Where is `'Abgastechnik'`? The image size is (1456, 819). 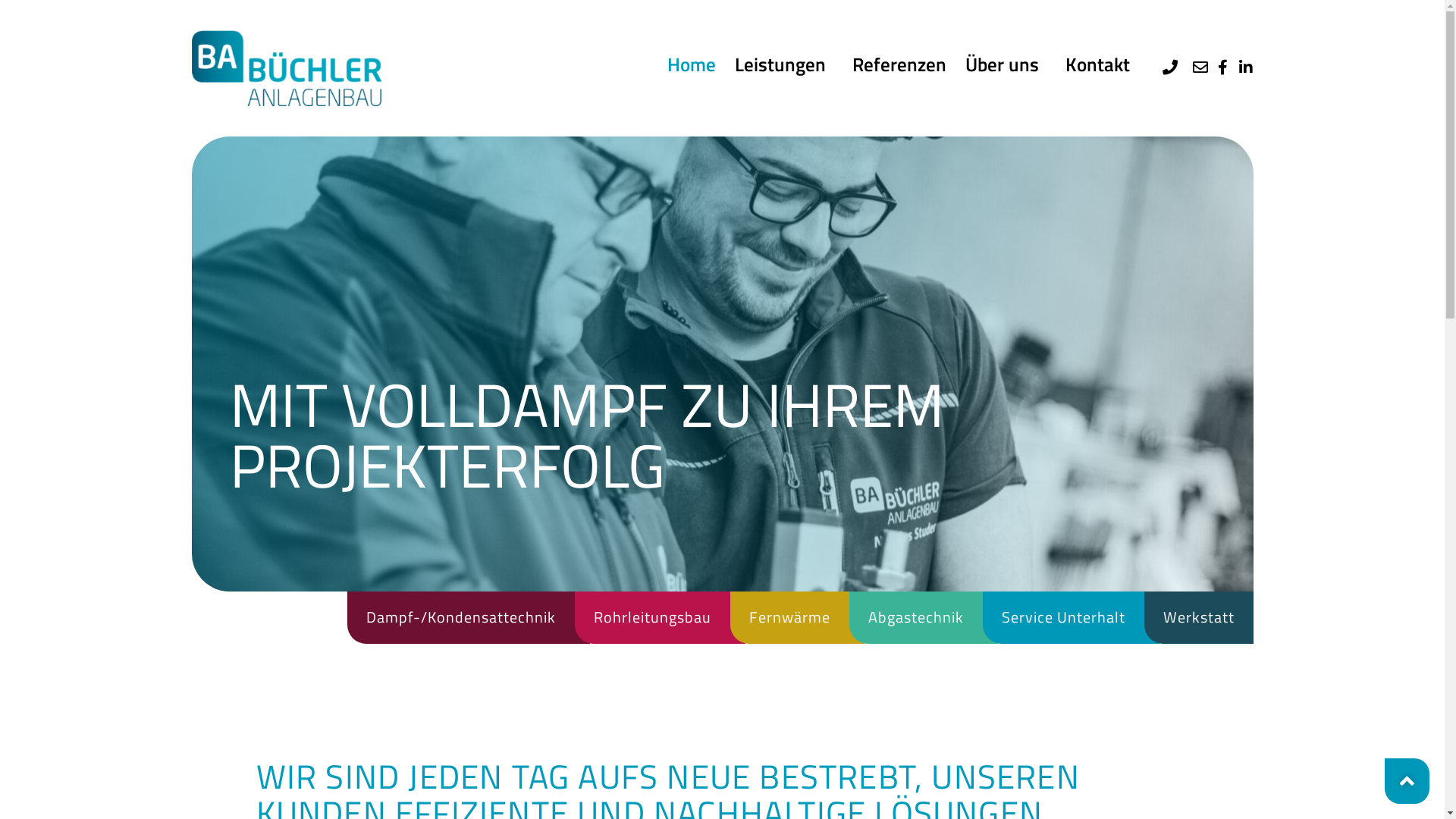
'Abgastechnik' is located at coordinates (914, 617).